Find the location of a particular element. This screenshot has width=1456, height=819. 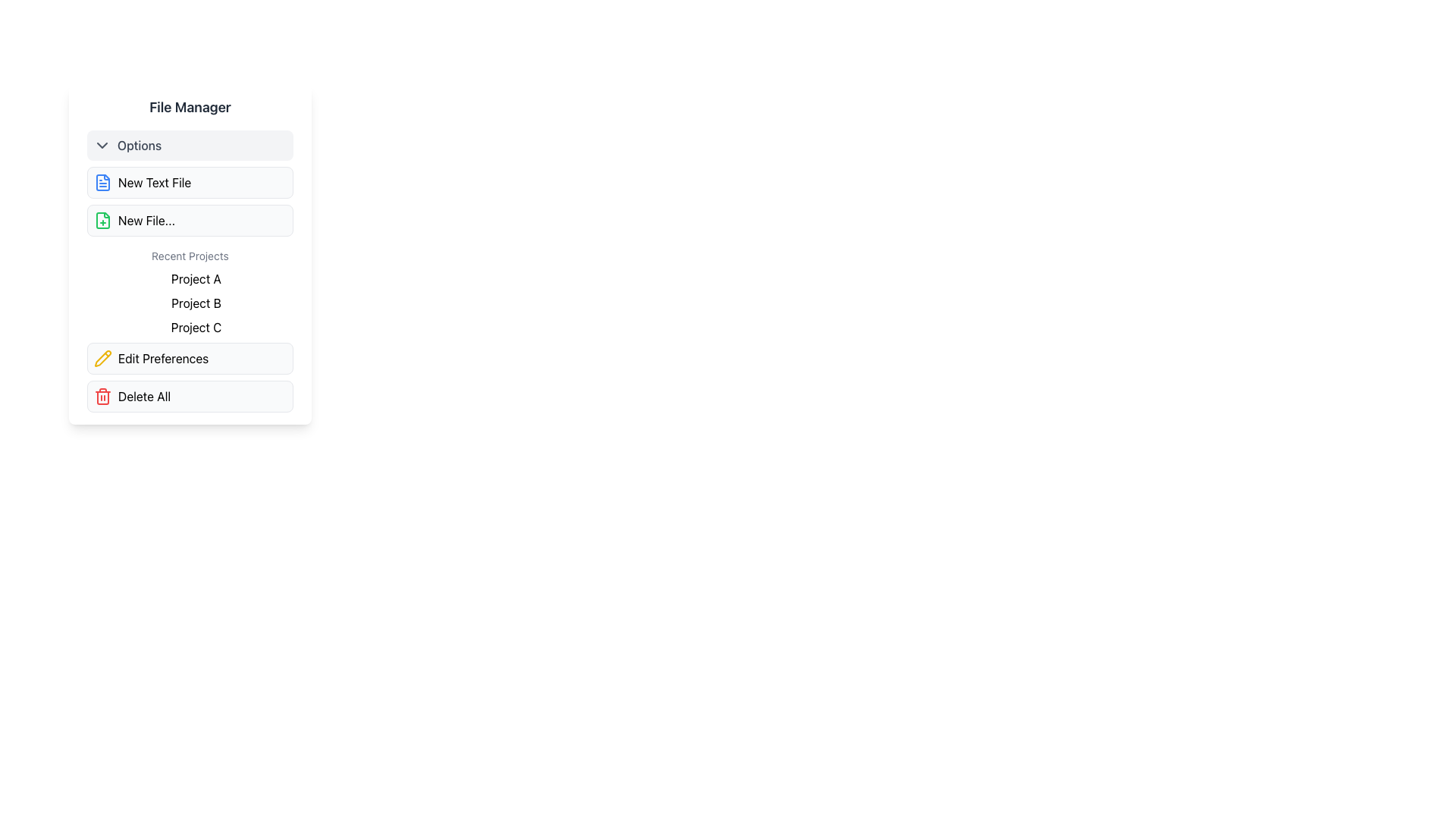

the 'Edit Preferences' button, which is a light gray rectangular button with a yellow pencil icon and black text, located in the 'File Manager' interface, positioned below 'Recent Projects' and above the 'Delete All' button is located at coordinates (189, 359).